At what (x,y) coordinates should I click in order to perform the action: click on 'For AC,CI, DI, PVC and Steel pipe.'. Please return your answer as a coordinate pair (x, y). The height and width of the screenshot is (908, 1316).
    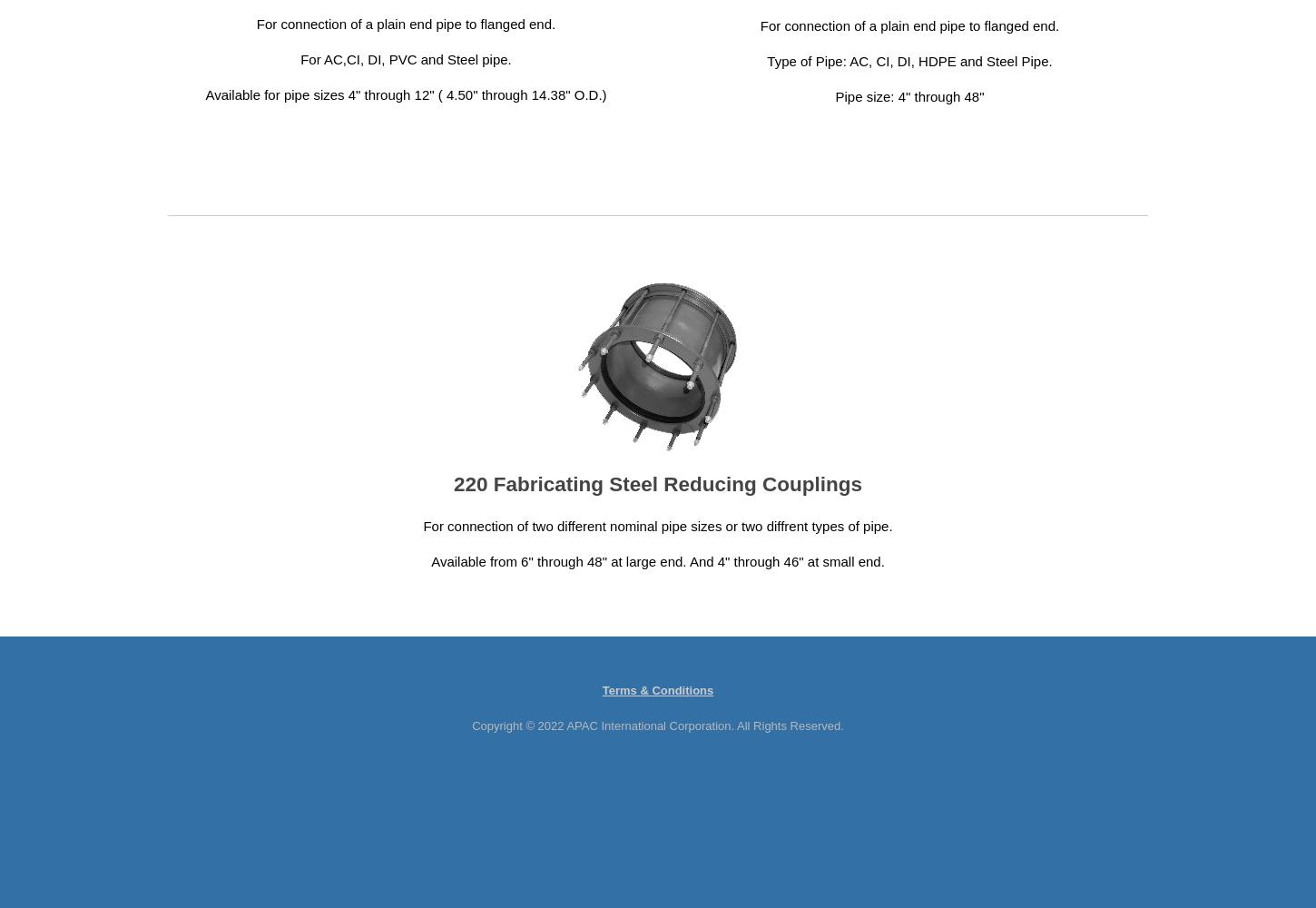
    Looking at the image, I should click on (405, 57).